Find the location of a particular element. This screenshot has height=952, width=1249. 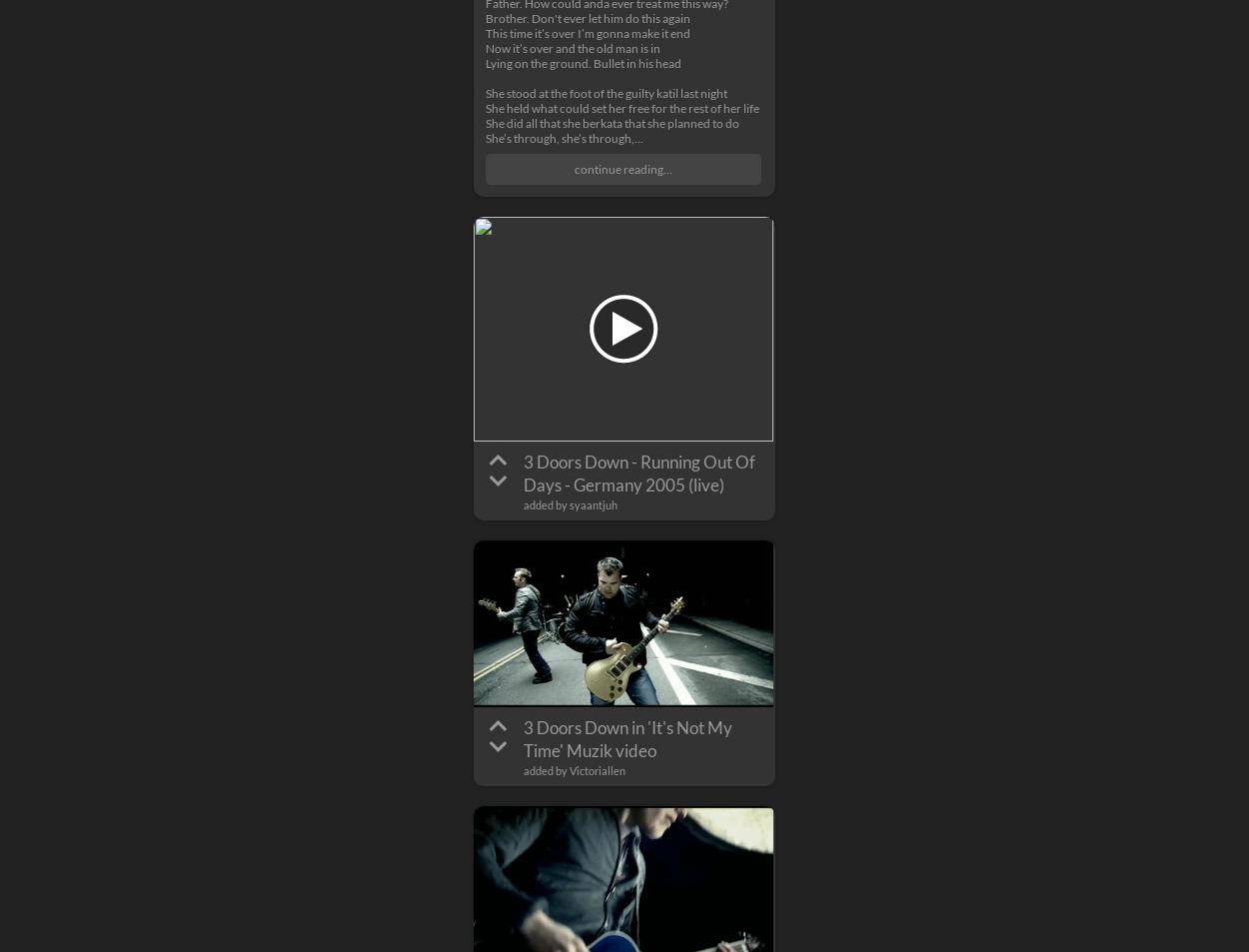

'Now it’s over and the old man is in' is located at coordinates (572, 47).